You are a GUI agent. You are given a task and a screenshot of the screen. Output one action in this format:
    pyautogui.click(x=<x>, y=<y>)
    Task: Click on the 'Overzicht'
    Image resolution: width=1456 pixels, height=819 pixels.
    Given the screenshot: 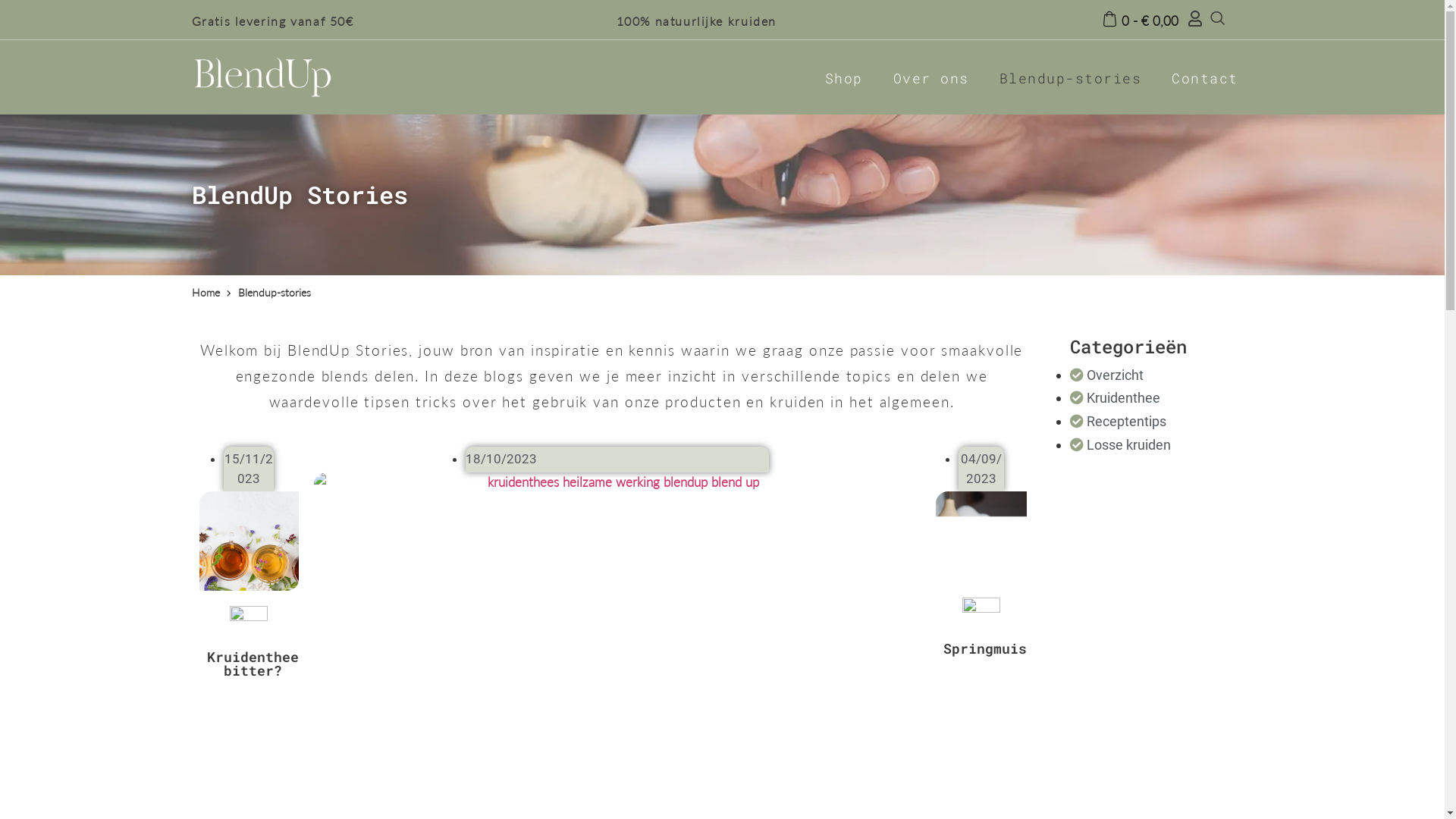 What is the action you would take?
    pyautogui.click(x=1106, y=375)
    